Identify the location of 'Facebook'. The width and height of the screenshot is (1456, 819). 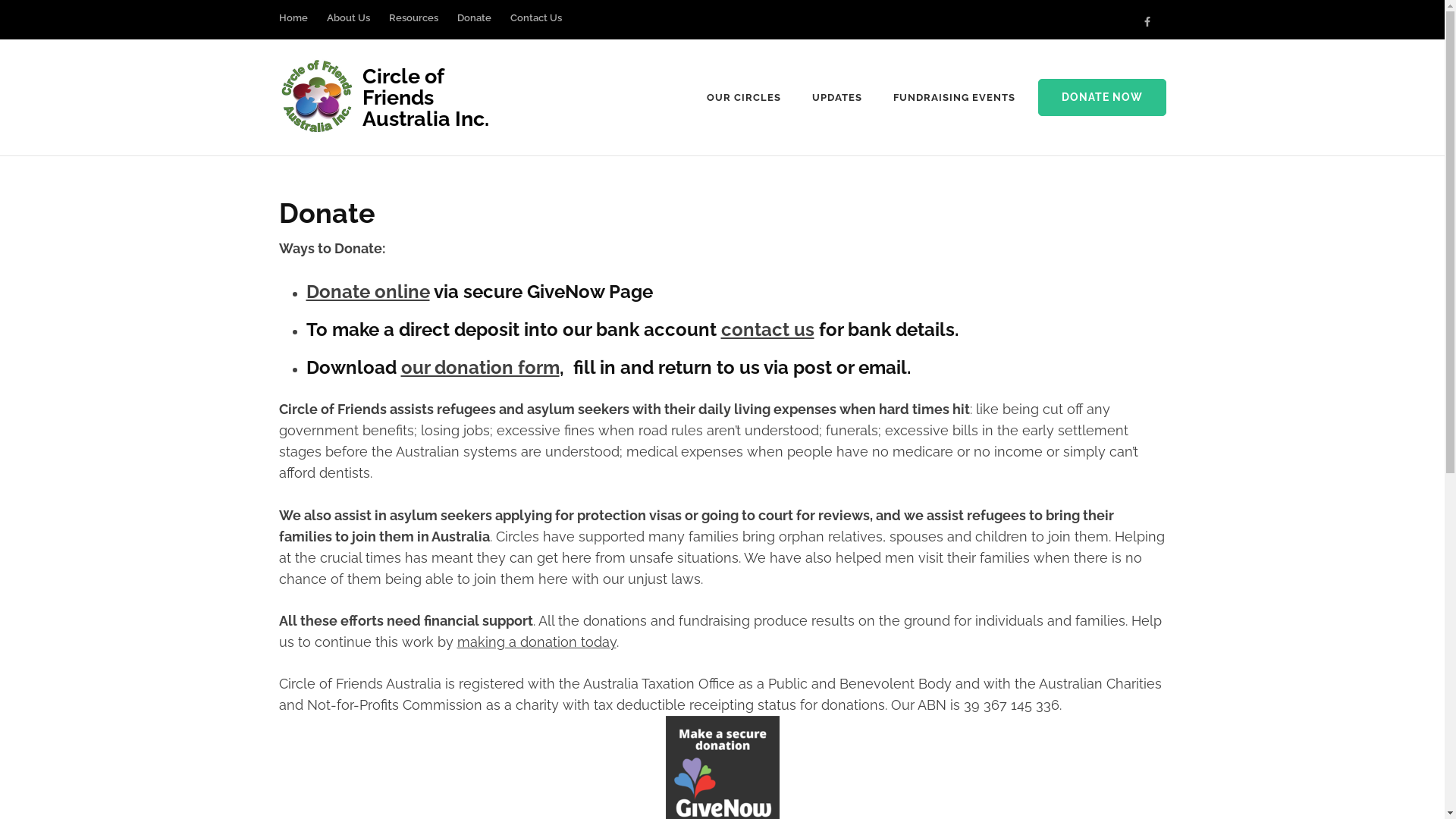
(1144, 21).